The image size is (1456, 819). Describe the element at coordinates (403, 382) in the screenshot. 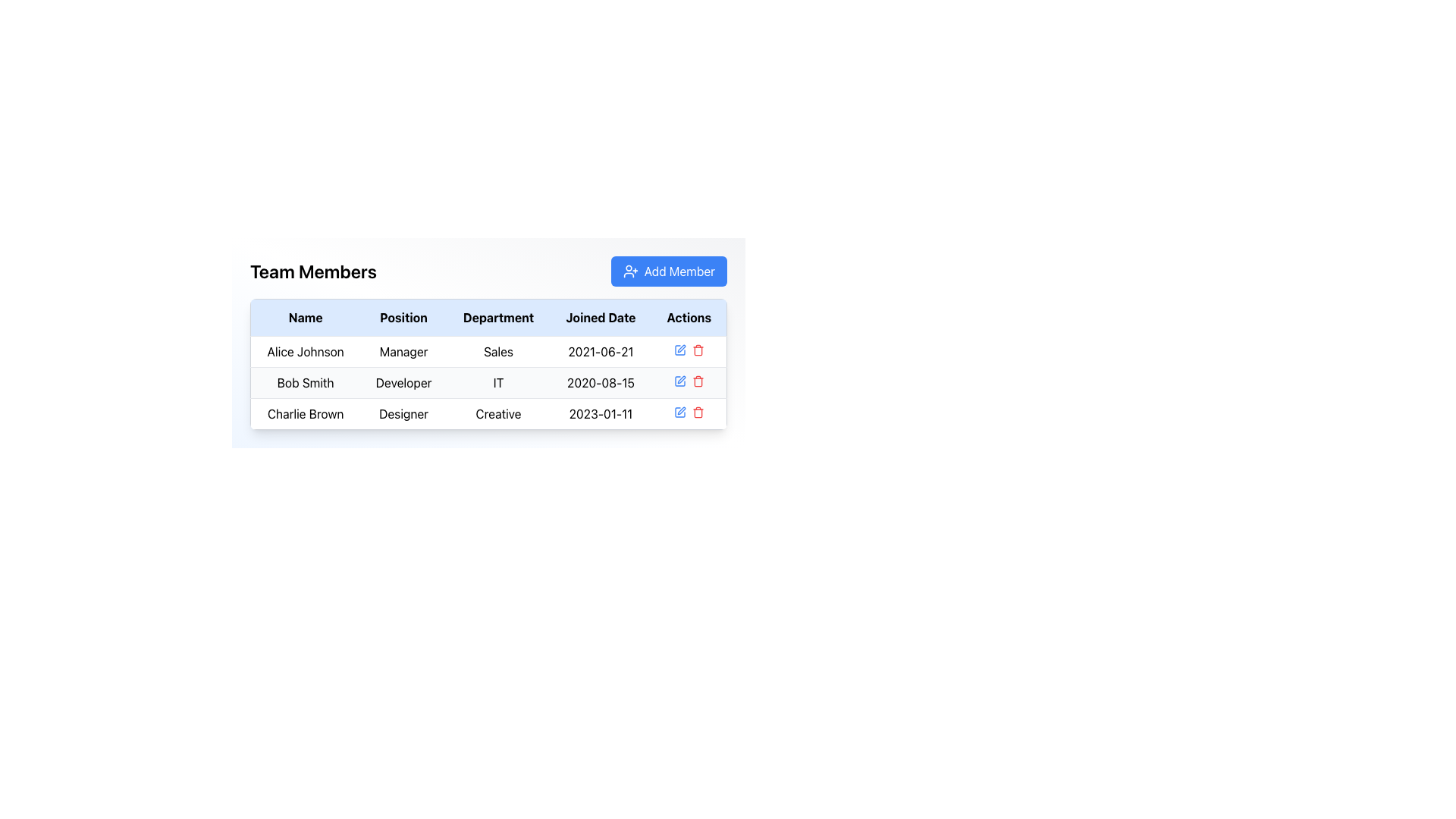

I see `the text label representing the job title of 'Bob Smith' in the second row of the table under the 'Position' column` at that location.